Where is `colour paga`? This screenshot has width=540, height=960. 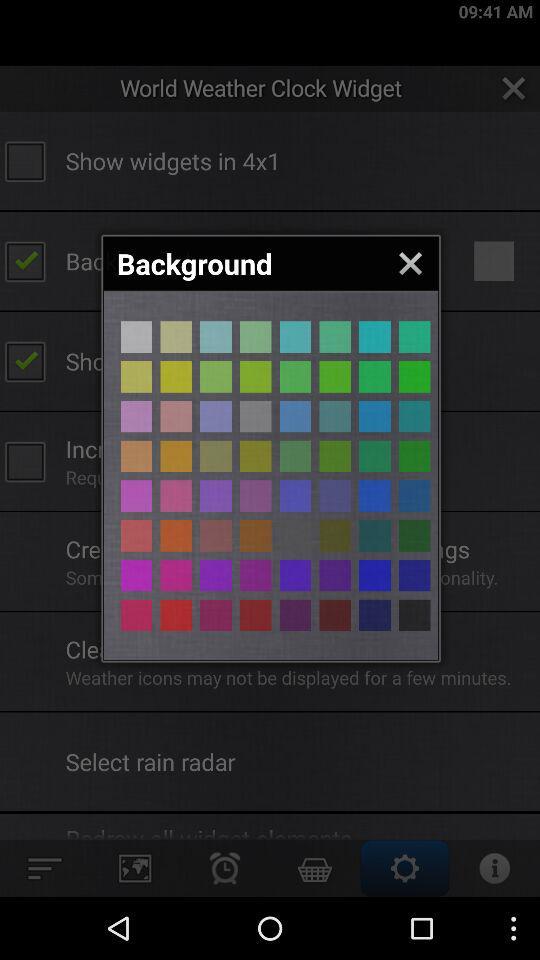
colour paga is located at coordinates (335, 456).